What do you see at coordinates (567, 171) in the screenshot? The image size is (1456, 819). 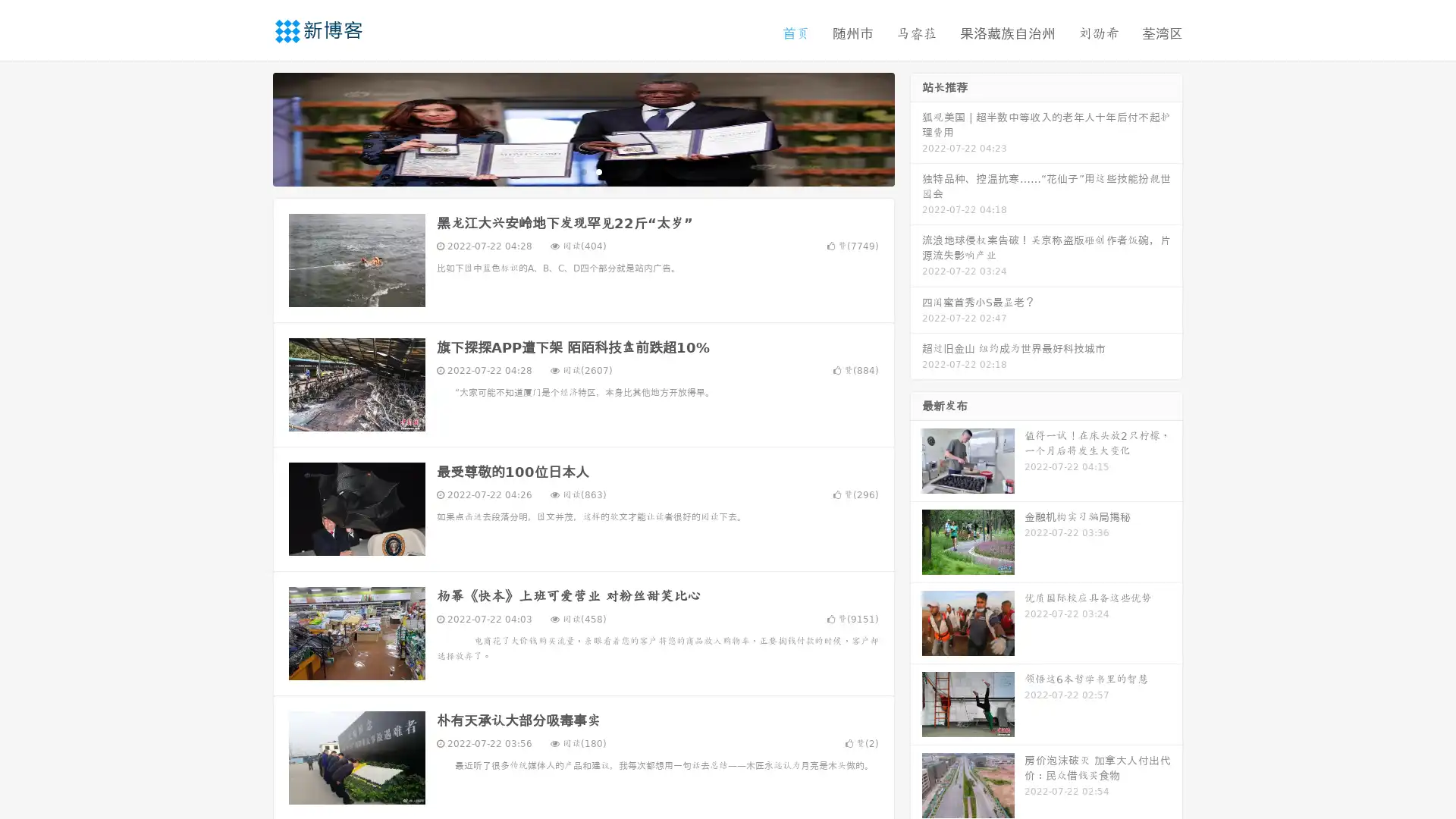 I see `Go to slide 1` at bounding box center [567, 171].